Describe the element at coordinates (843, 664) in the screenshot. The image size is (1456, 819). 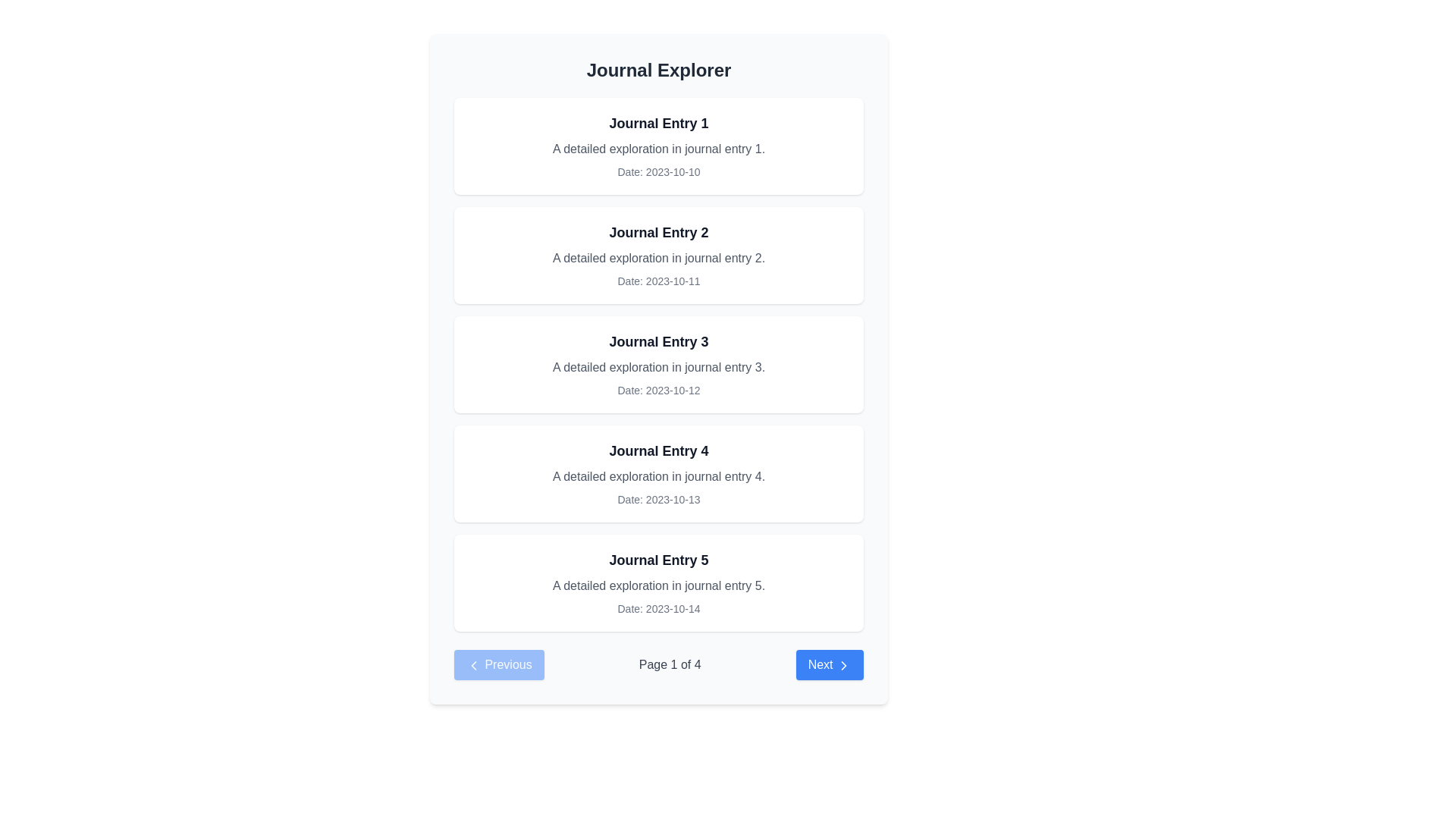
I see `the 'Next' button located at the bottom-right corner of the pagination control area, which visually indicates moving to the next page or section` at that location.